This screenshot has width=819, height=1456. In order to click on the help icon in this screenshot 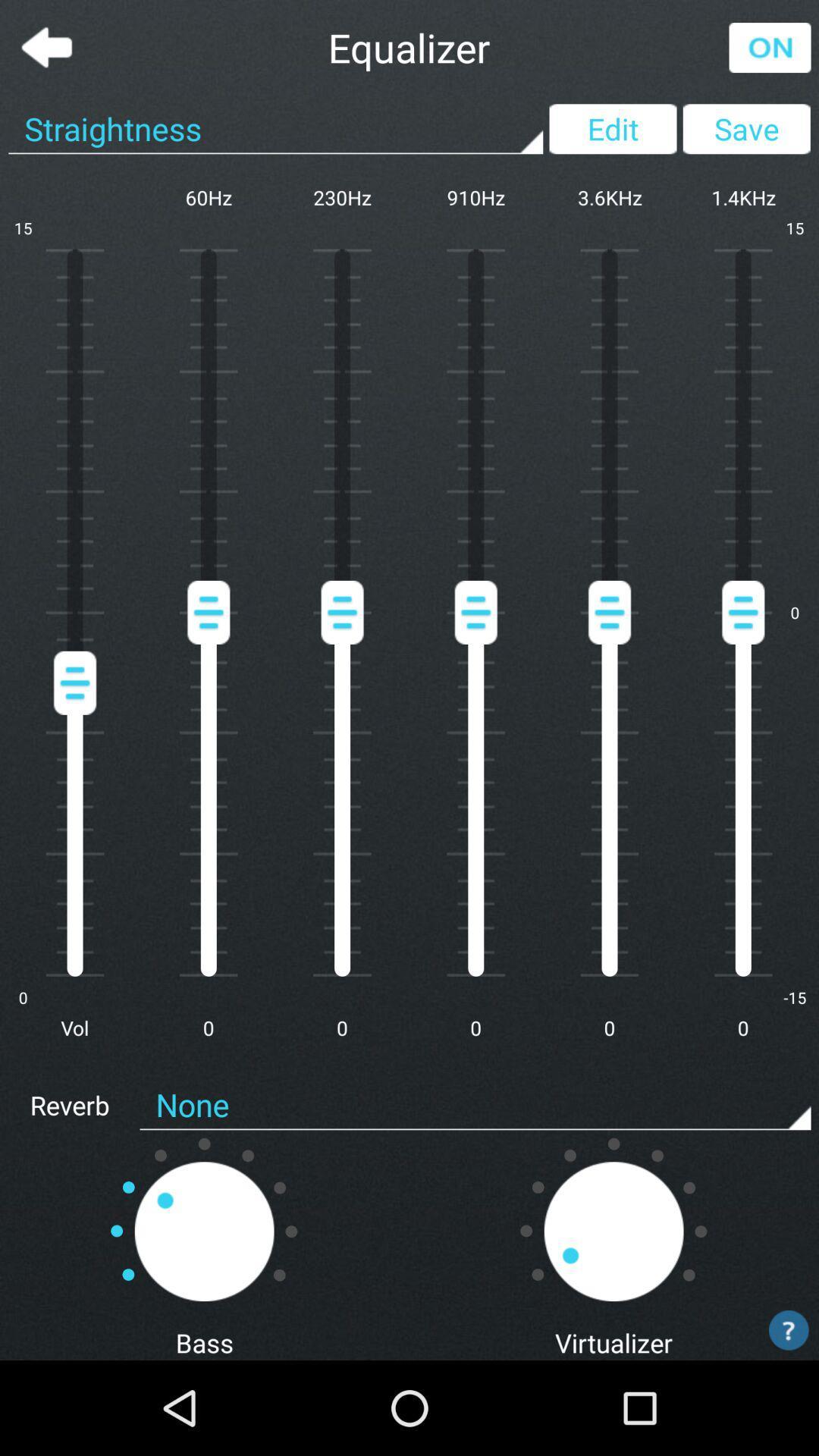, I will do `click(788, 1423)`.